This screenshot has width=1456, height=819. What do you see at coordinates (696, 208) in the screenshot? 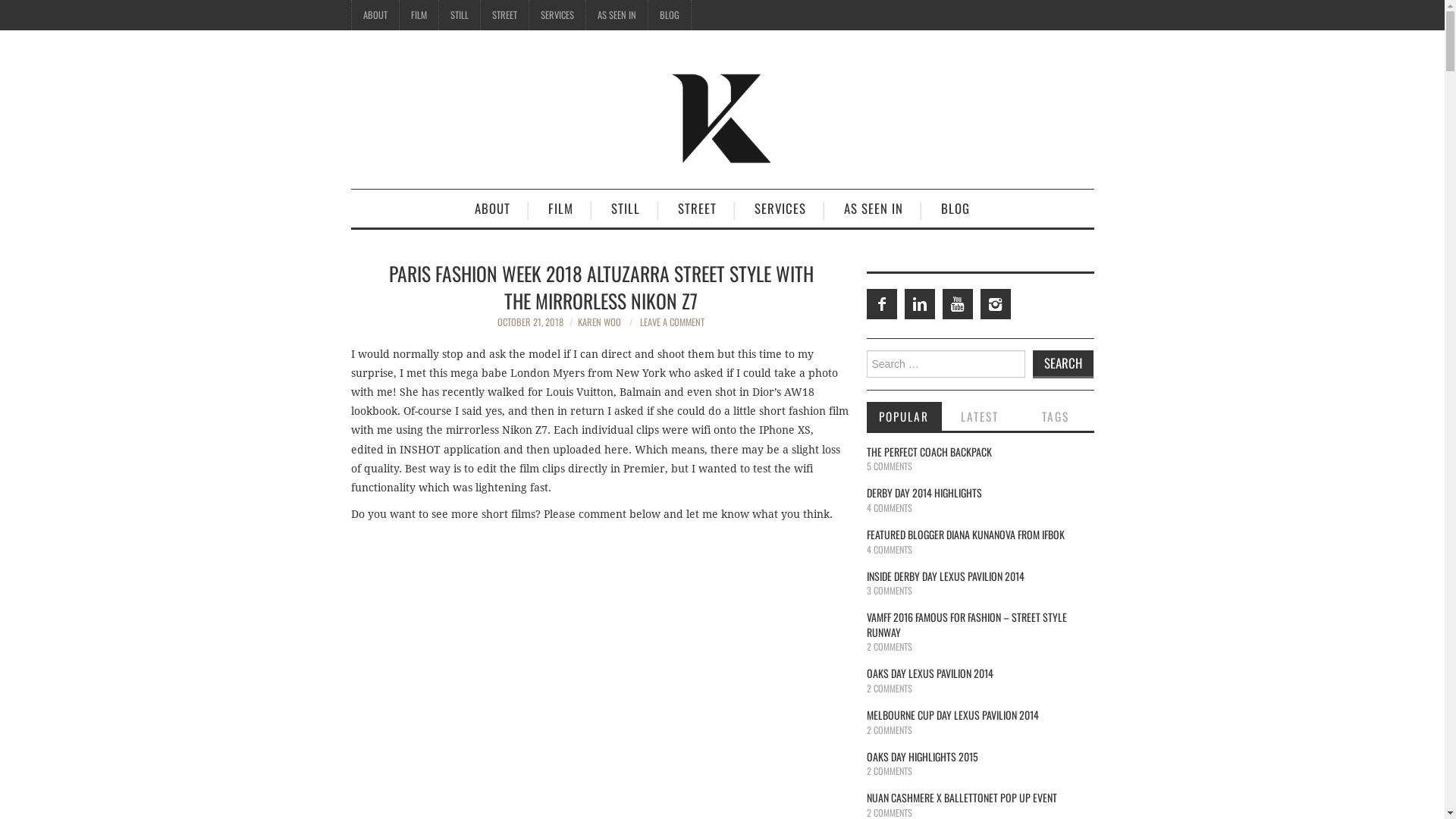
I see `'STREET'` at bounding box center [696, 208].